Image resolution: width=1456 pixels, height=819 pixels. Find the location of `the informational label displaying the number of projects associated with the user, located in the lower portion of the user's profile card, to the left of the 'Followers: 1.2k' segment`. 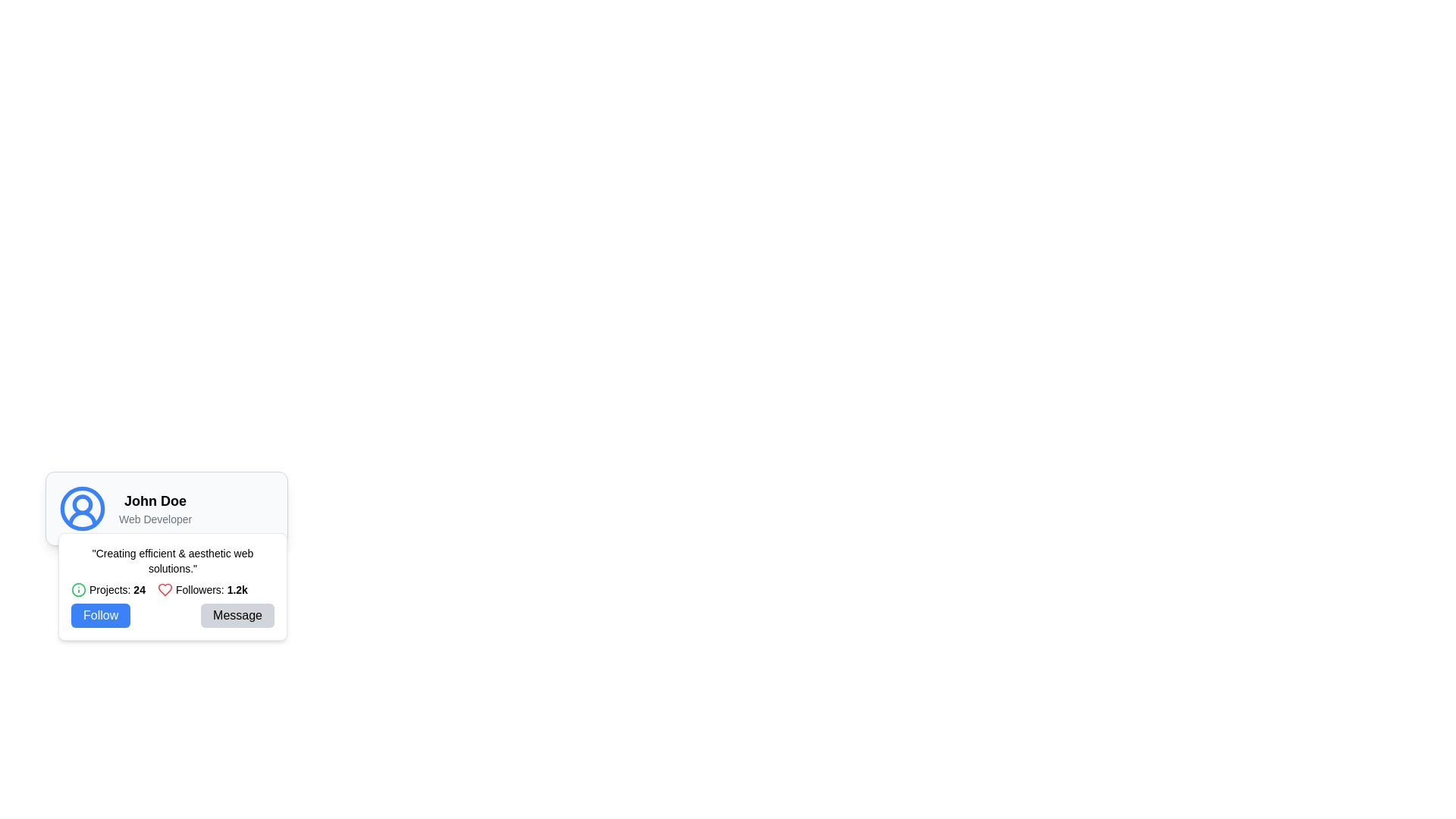

the informational label displaying the number of projects associated with the user, located in the lower portion of the user's profile card, to the left of the 'Followers: 1.2k' segment is located at coordinates (108, 589).